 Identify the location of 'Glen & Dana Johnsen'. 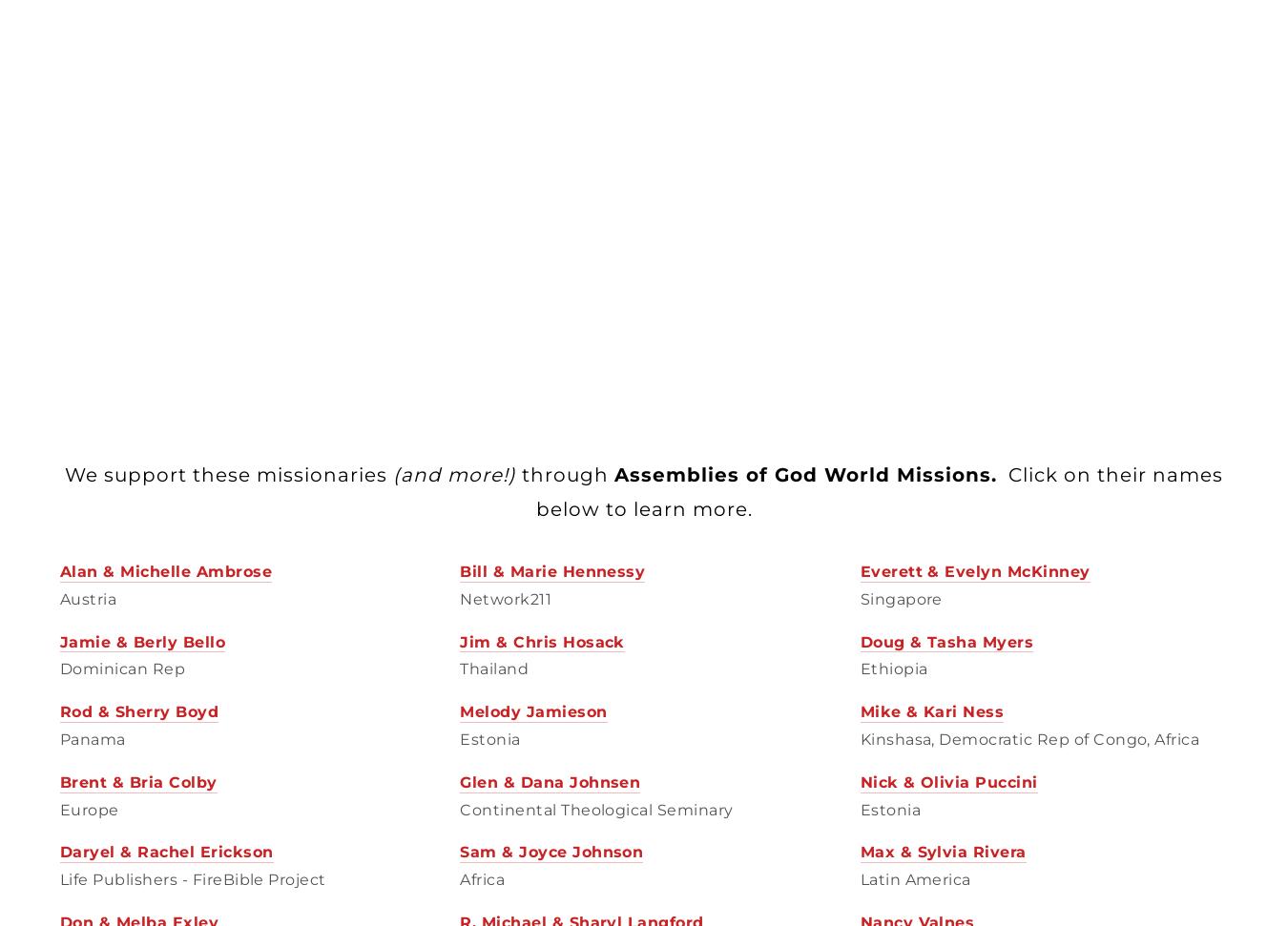
(458, 780).